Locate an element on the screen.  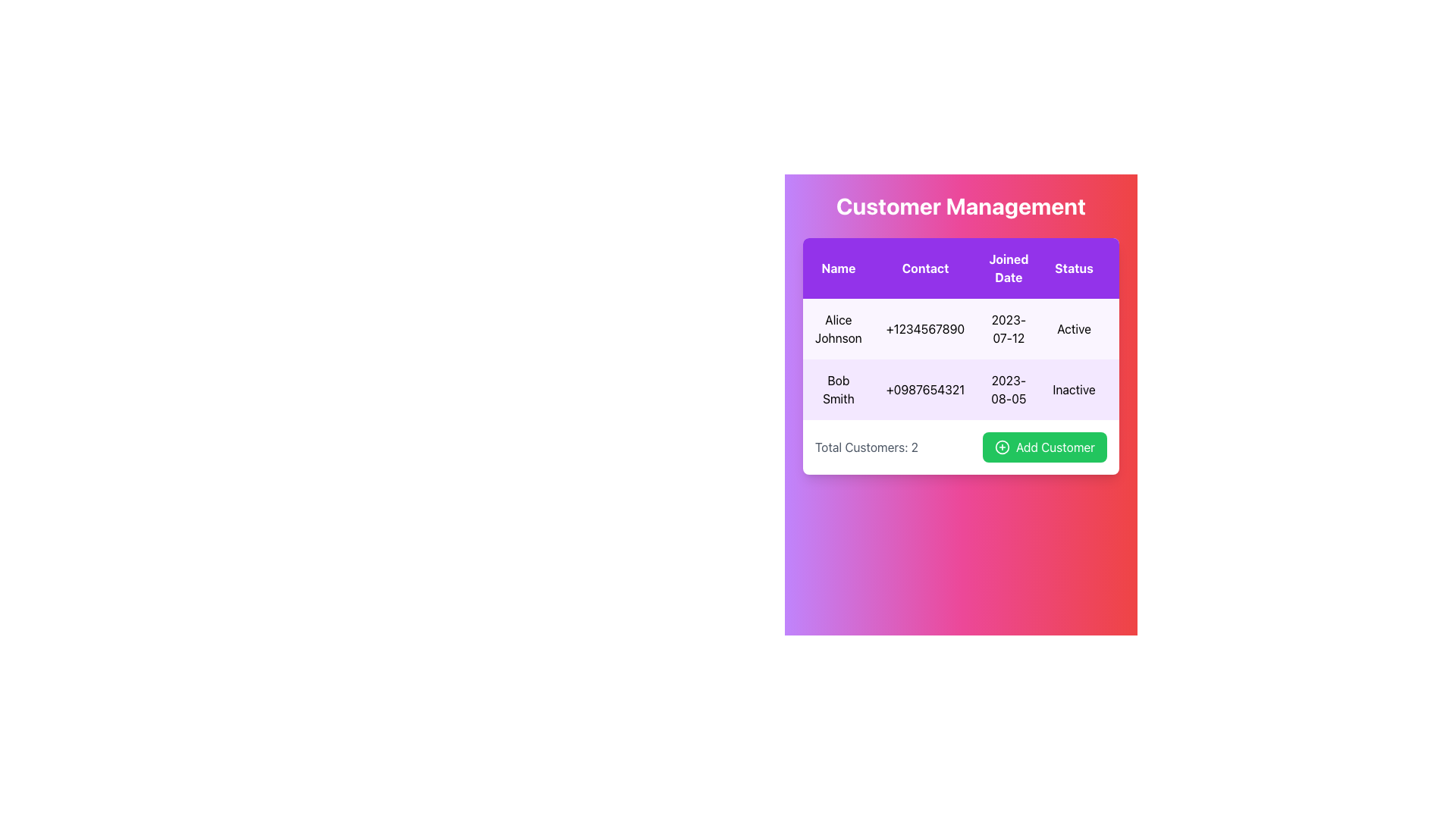
the 'Inactive' text label, which is displayed in black font on a light purple background, located at the bottom-right of the table row for user 'Bob Smith' in the 'Status' column is located at coordinates (1073, 388).